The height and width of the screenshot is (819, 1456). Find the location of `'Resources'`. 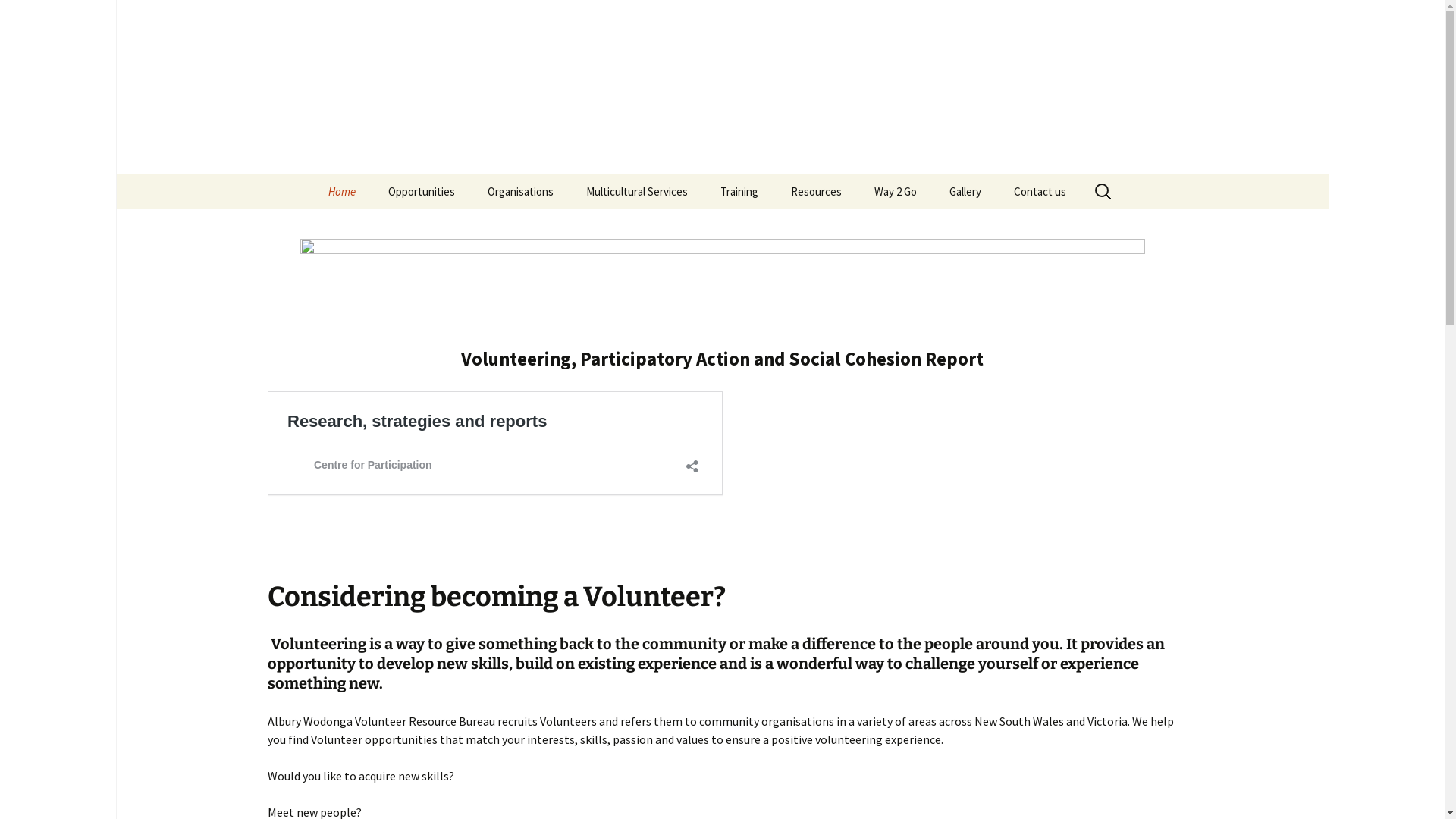

'Resources' is located at coordinates (814, 190).